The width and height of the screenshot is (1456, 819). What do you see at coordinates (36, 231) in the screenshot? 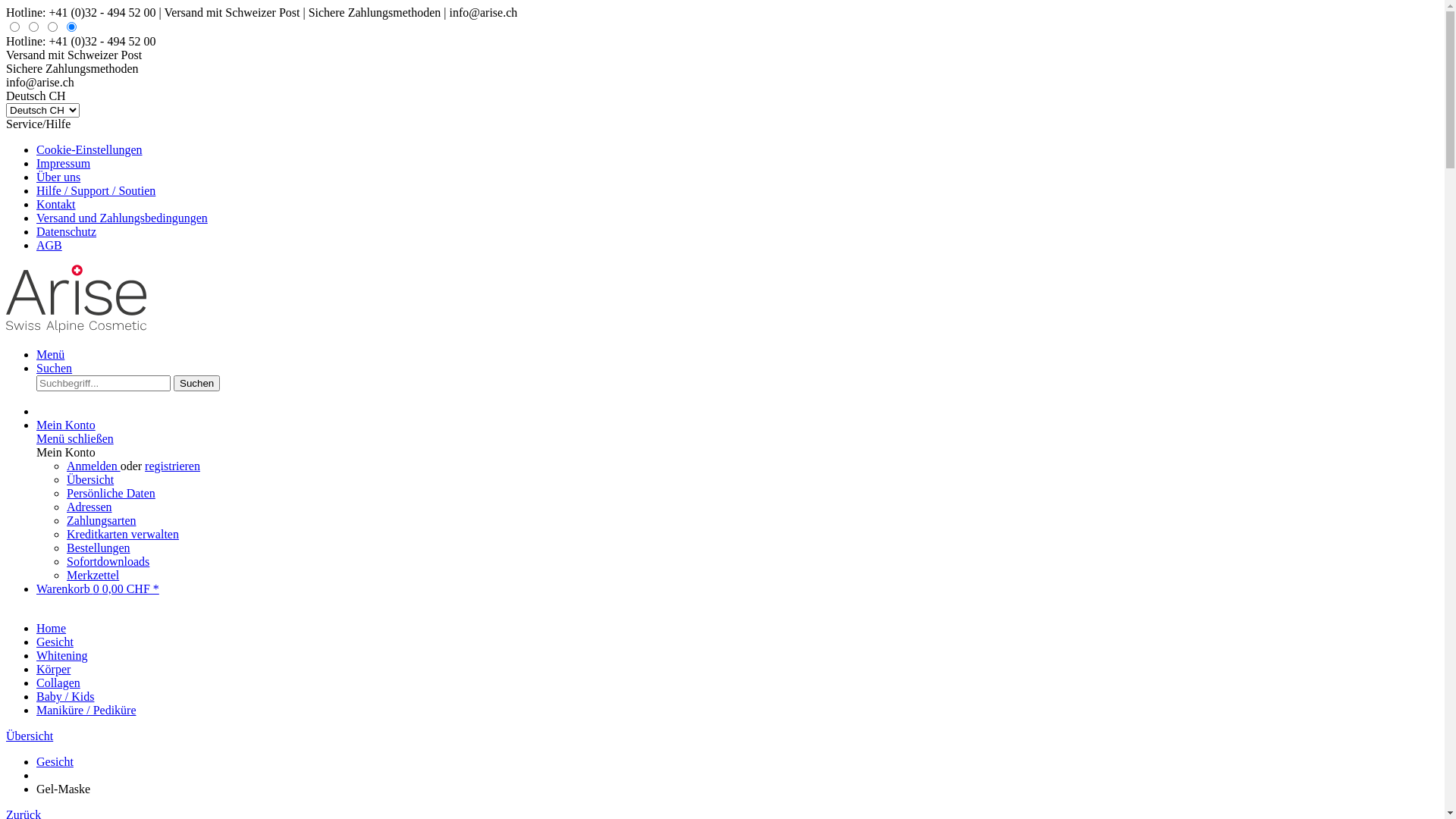
I see `'Datenschutz'` at bounding box center [36, 231].